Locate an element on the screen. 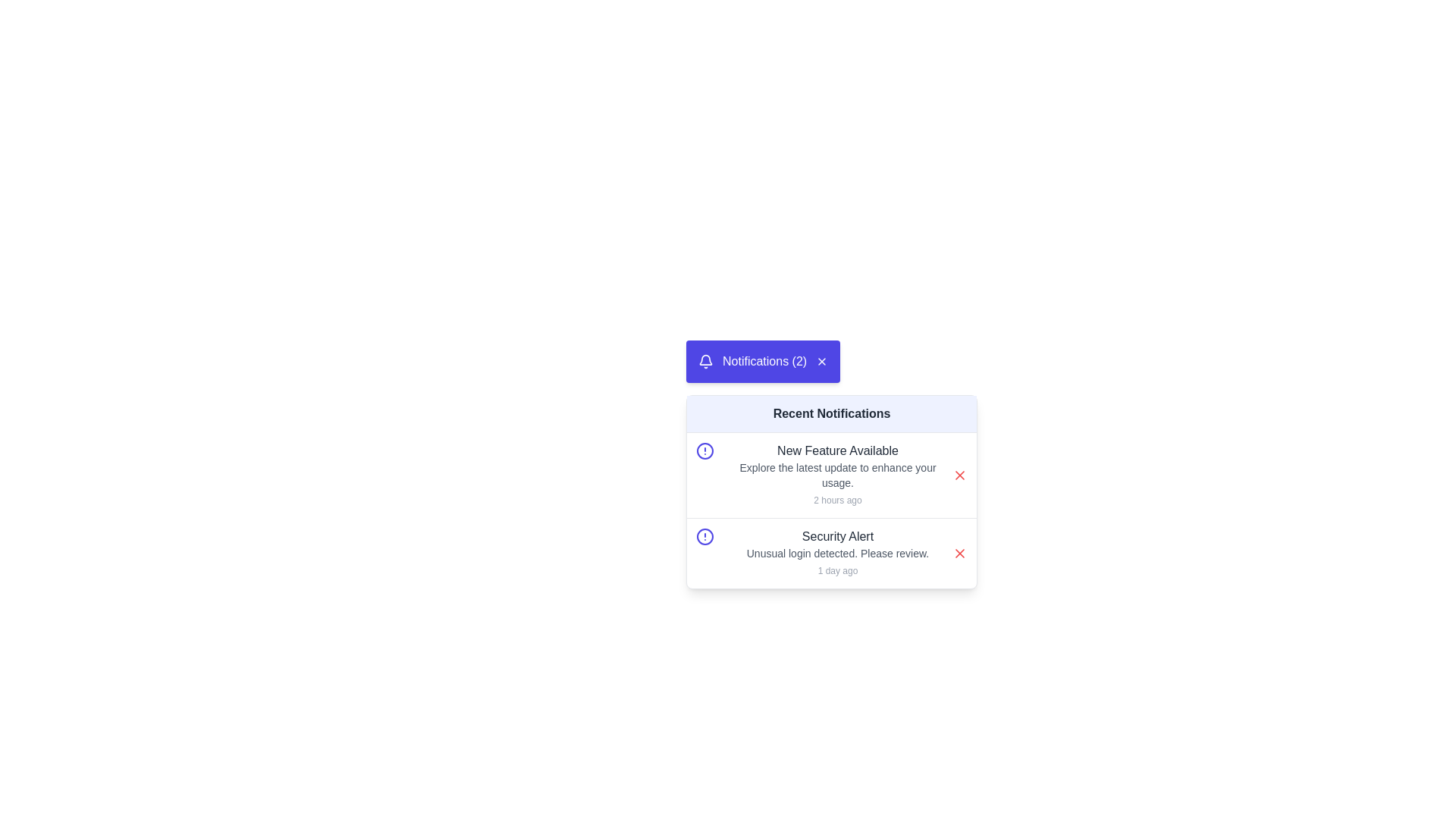 The width and height of the screenshot is (1456, 819). the 'Security Alert' text label, which is the first line of text in the second notification card under the 'Notifications' button is located at coordinates (836, 536).